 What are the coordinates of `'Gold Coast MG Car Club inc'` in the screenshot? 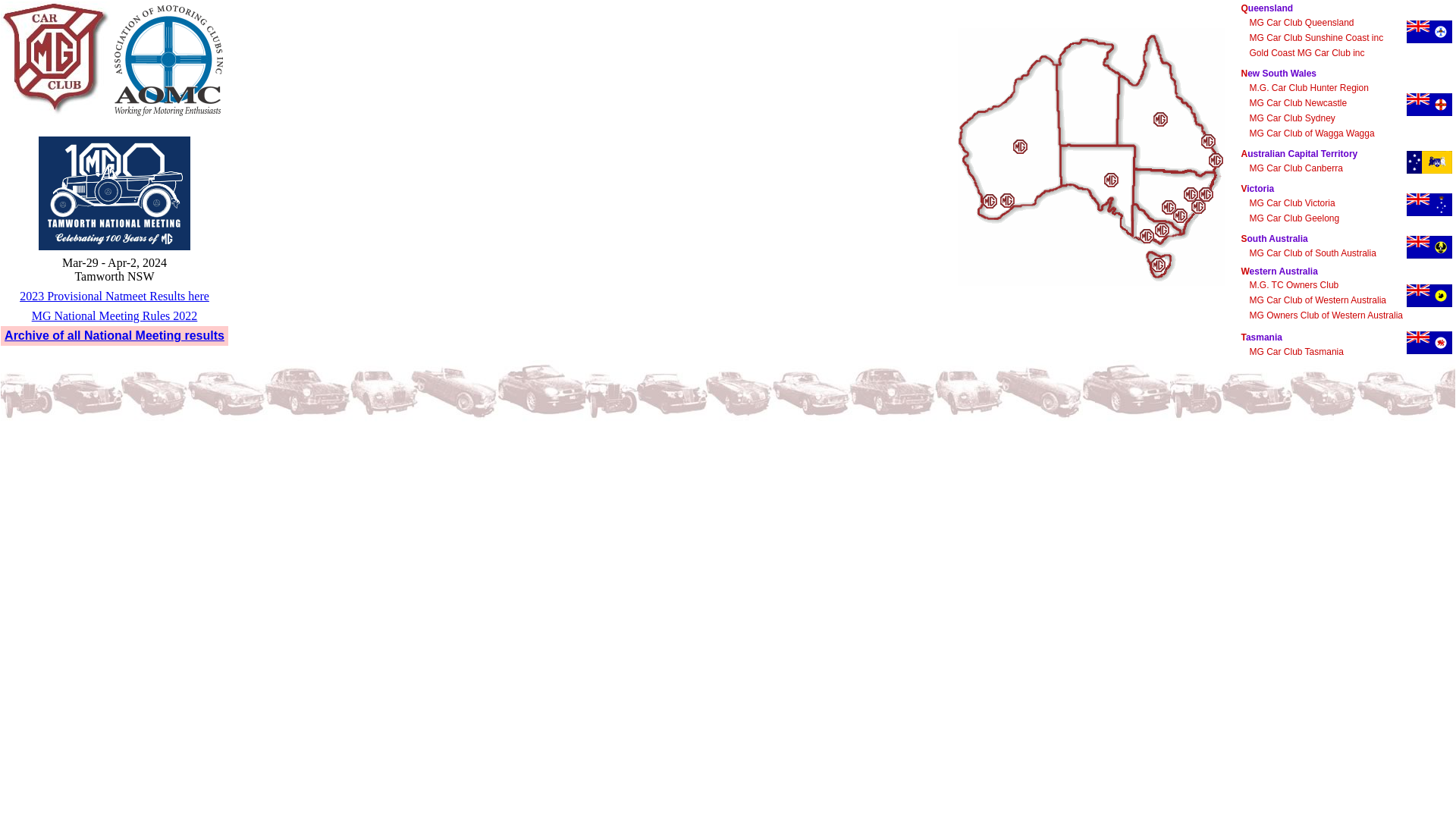 It's located at (1306, 52).